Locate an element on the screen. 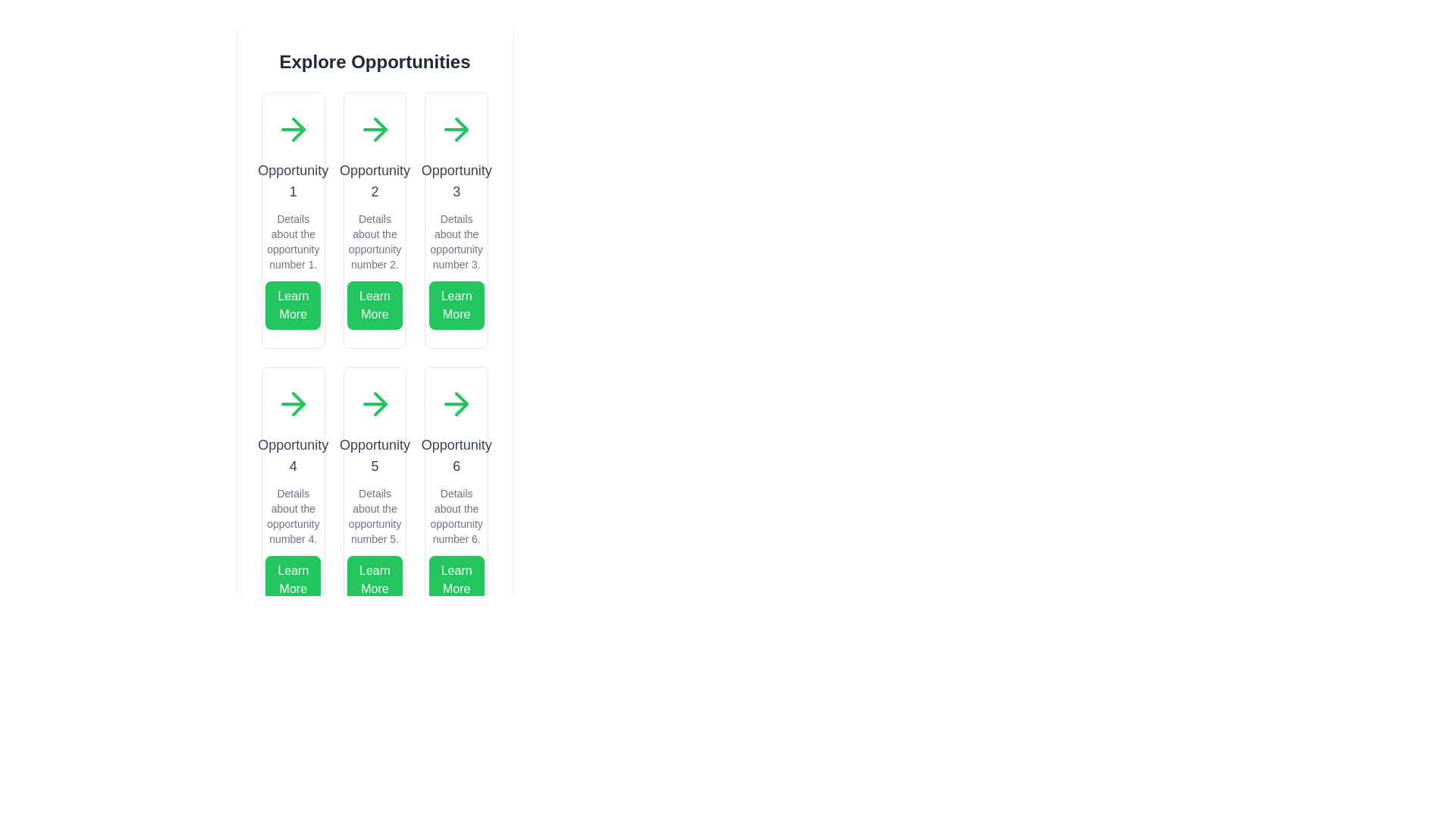 The height and width of the screenshot is (819, 1456). the first card in the grid layout that contains the title 'Opportunity 1', a description, and a green button labeled 'Learn More' is located at coordinates (293, 220).